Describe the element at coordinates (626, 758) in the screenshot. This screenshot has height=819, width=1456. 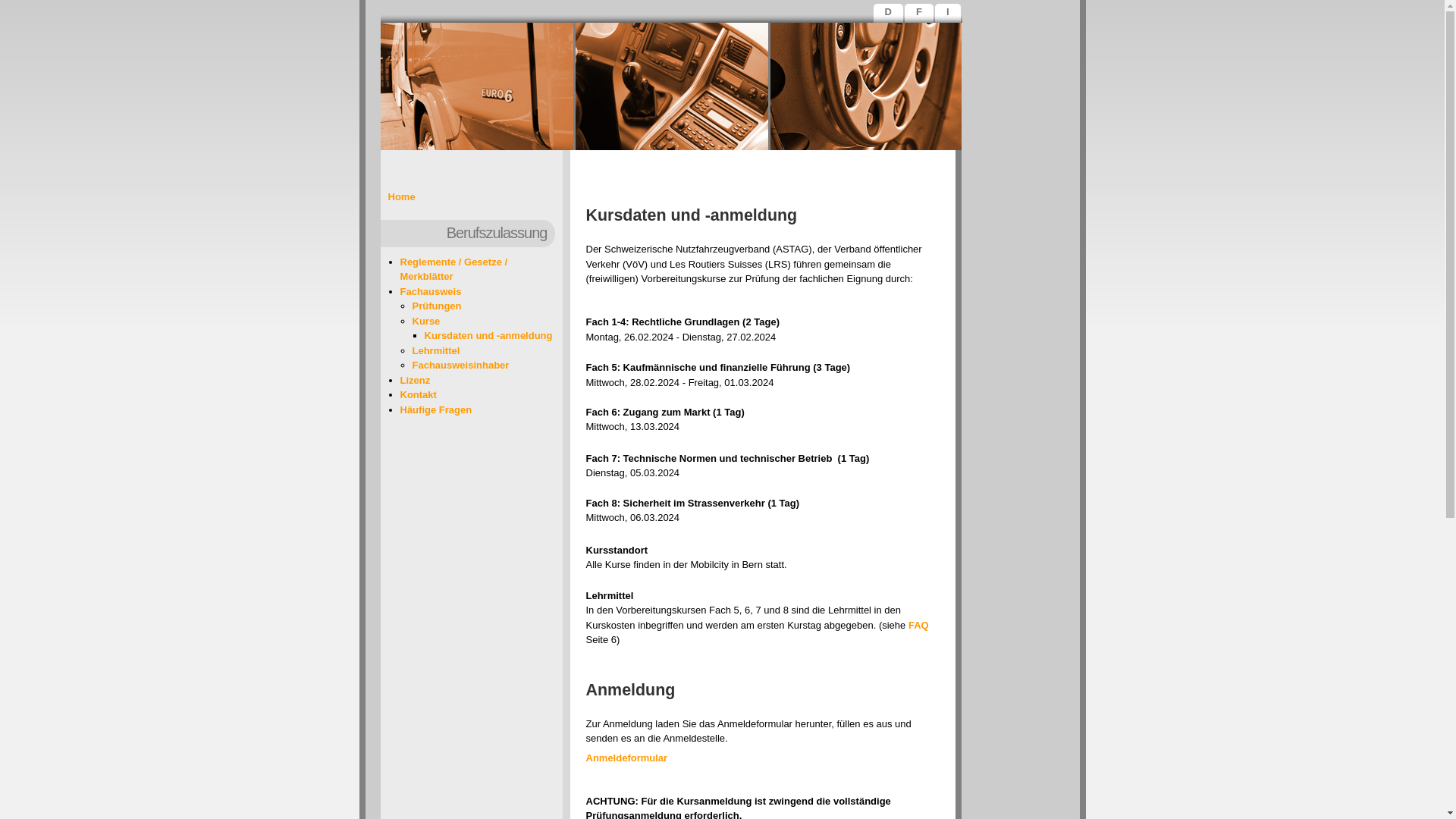
I see `'Anmeldeformular'` at that location.